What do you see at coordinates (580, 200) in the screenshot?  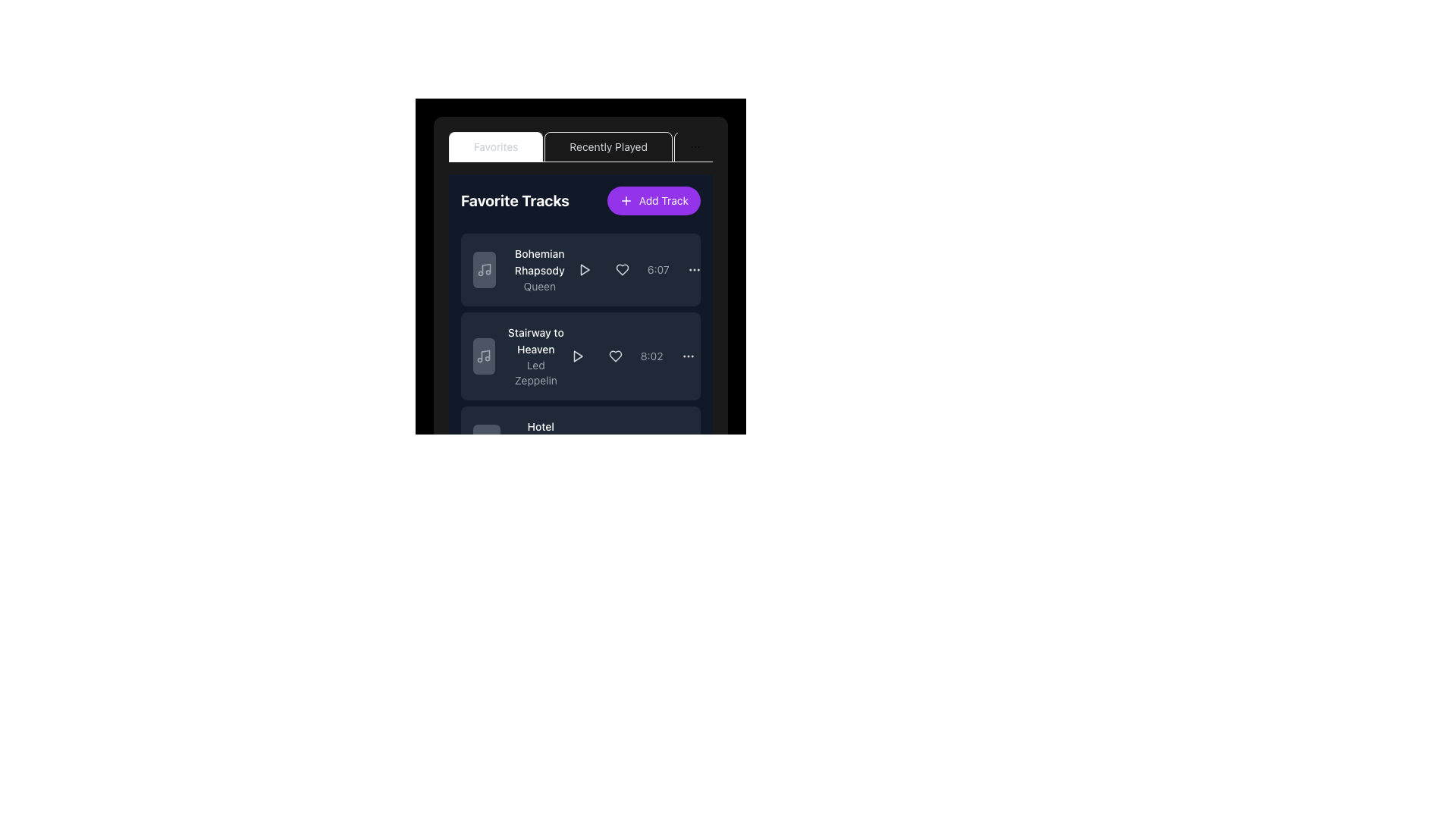 I see `the 'Add Track' button on the Composite element labeled 'Favorite Tracks'` at bounding box center [580, 200].